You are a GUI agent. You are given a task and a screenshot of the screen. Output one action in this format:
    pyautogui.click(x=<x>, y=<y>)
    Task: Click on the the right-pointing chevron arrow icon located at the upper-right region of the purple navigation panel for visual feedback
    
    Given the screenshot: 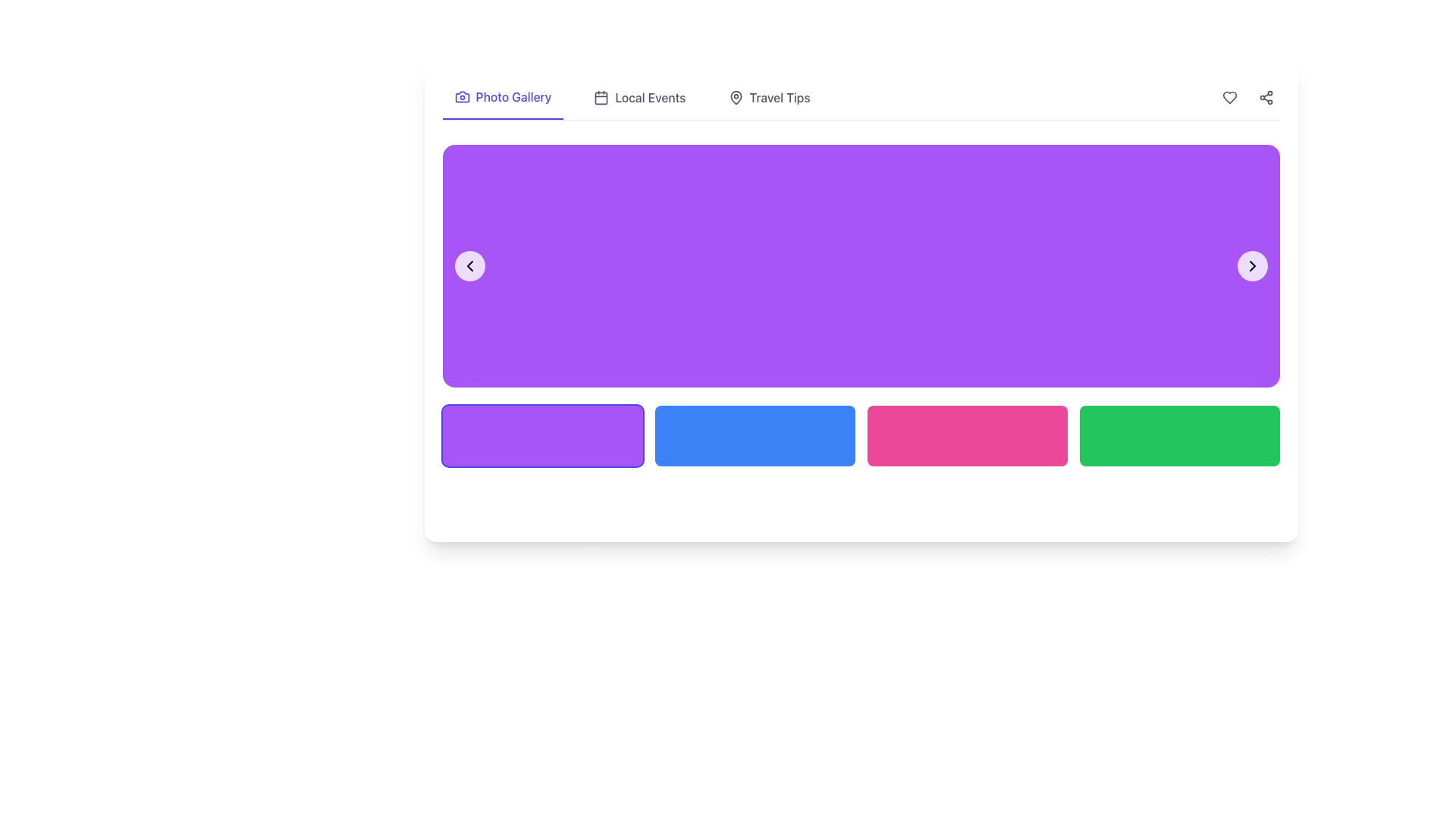 What is the action you would take?
    pyautogui.click(x=1252, y=265)
    